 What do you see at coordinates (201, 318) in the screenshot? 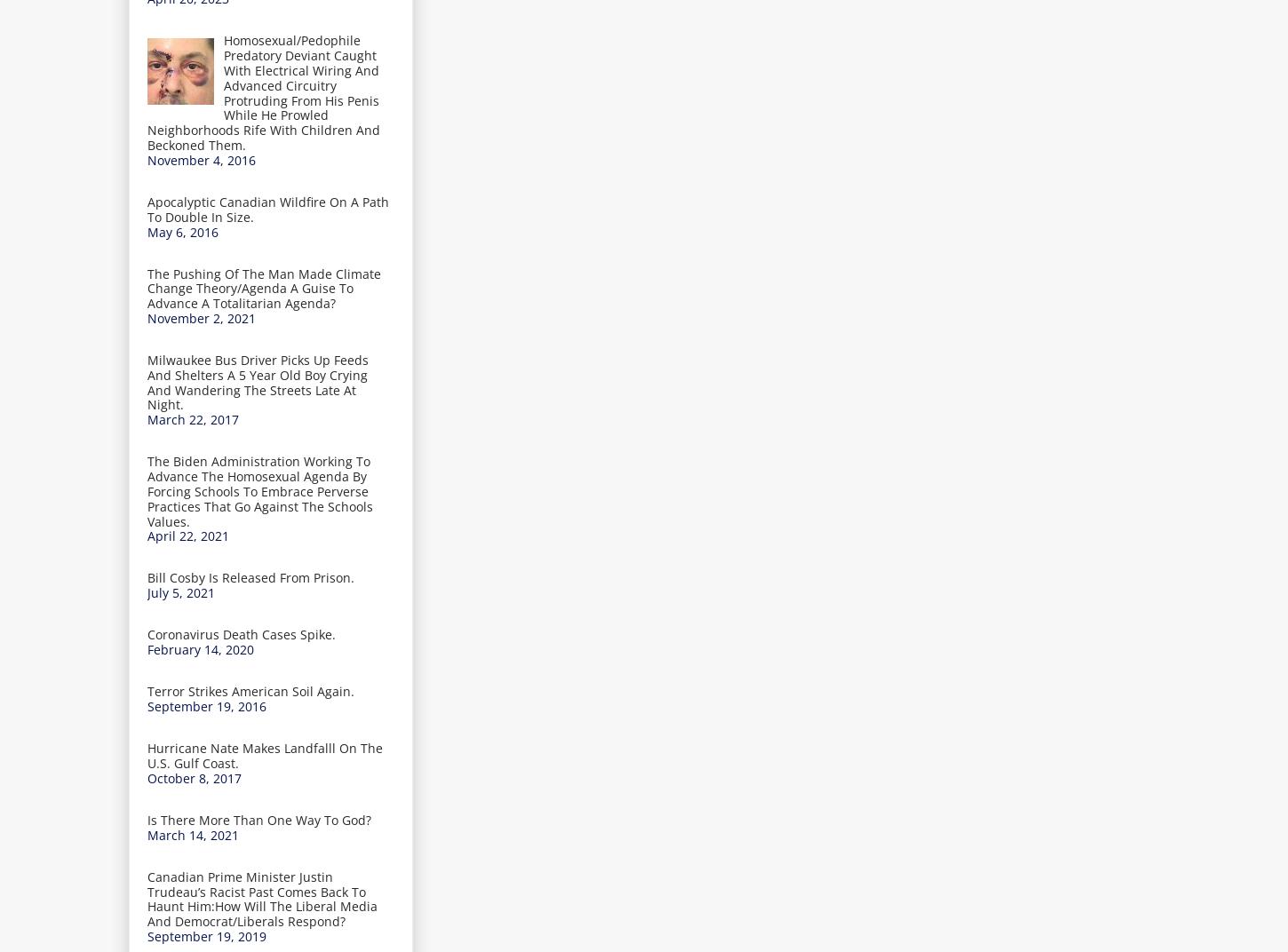
I see `'November 2, 2021'` at bounding box center [201, 318].